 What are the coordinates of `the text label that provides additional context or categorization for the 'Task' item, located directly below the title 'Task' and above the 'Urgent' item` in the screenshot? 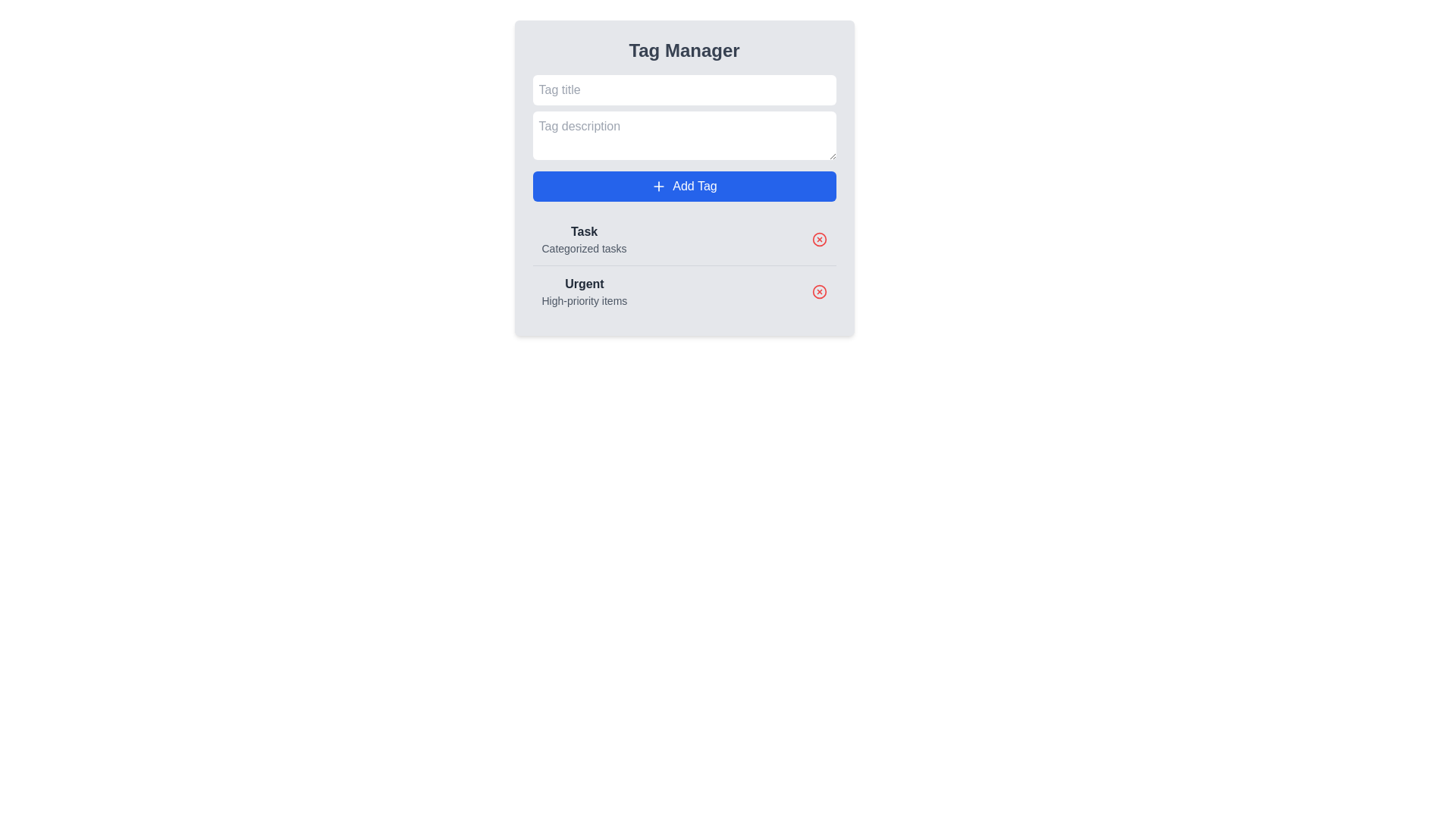 It's located at (583, 247).